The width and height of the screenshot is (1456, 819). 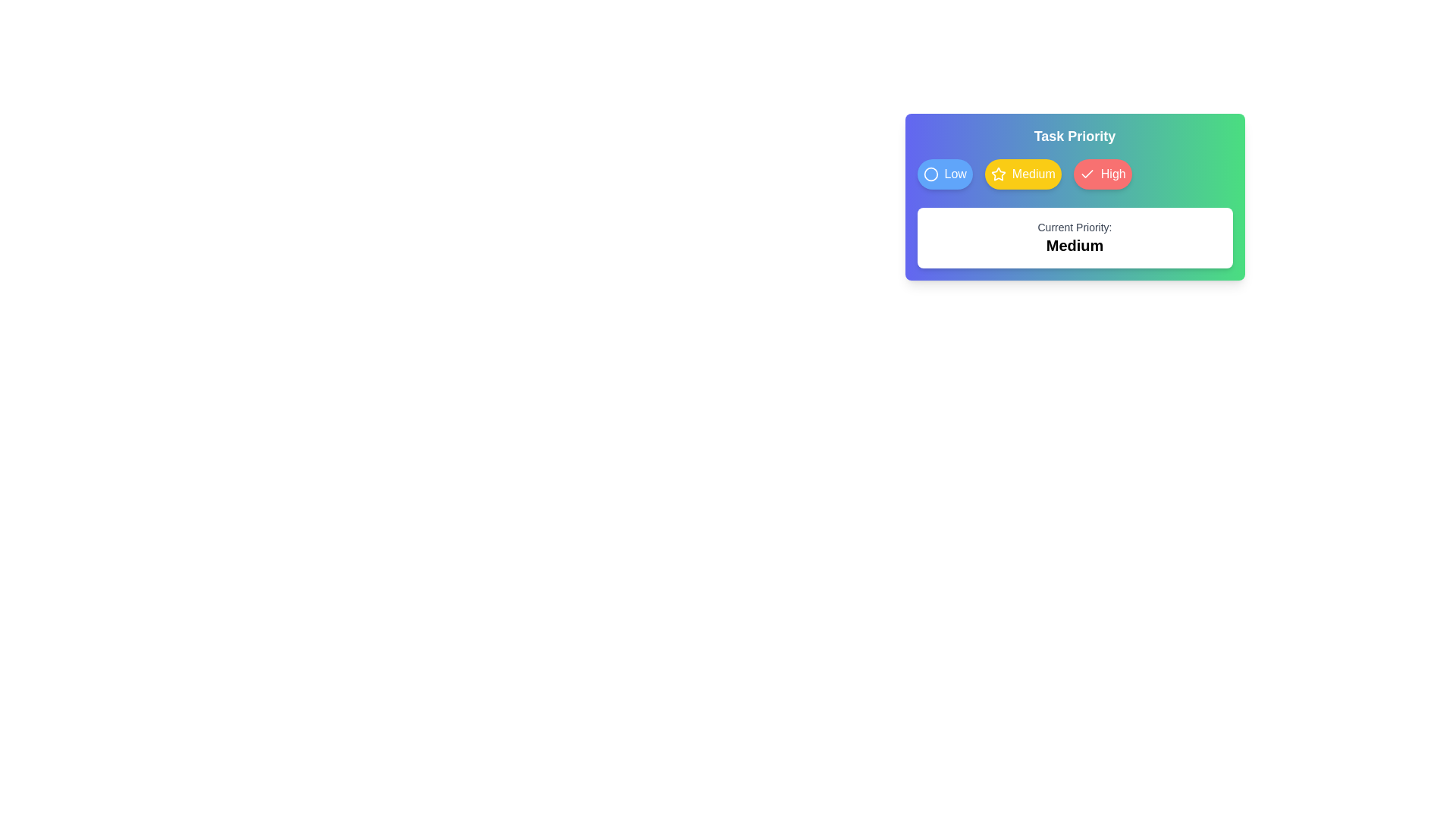 What do you see at coordinates (1086, 174) in the screenshot?
I see `the SVG checkmark icon located within the red circular button labeled 'High' in the 'Task Priority' section` at bounding box center [1086, 174].